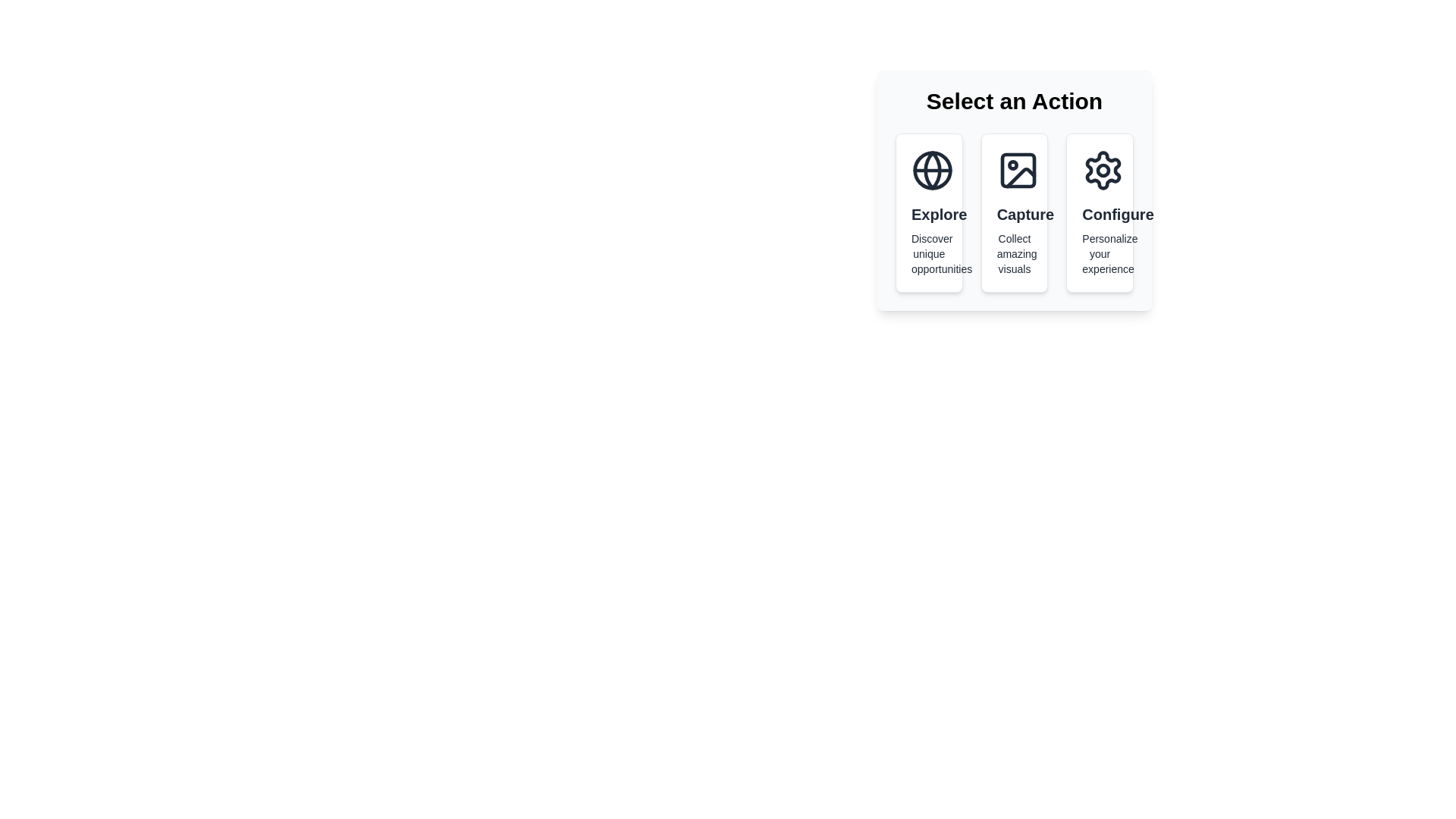 The width and height of the screenshot is (1456, 819). I want to click on the visual representation of the SVG Icon located in the 'Capture' option card at the center of the 'Select an Action' section, so click(1018, 170).